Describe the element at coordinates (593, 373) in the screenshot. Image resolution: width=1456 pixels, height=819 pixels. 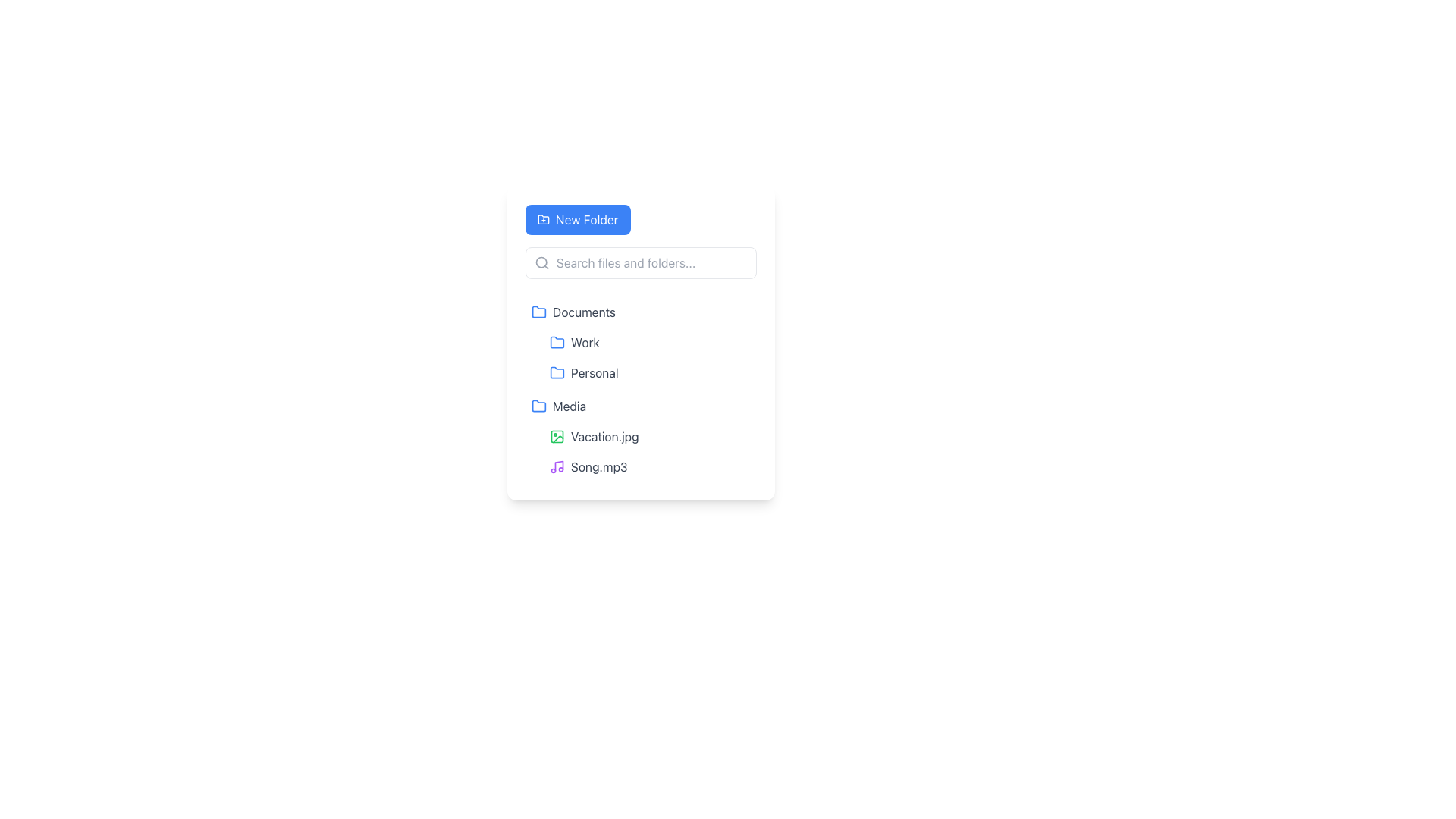
I see `the 'Personal' text label` at that location.